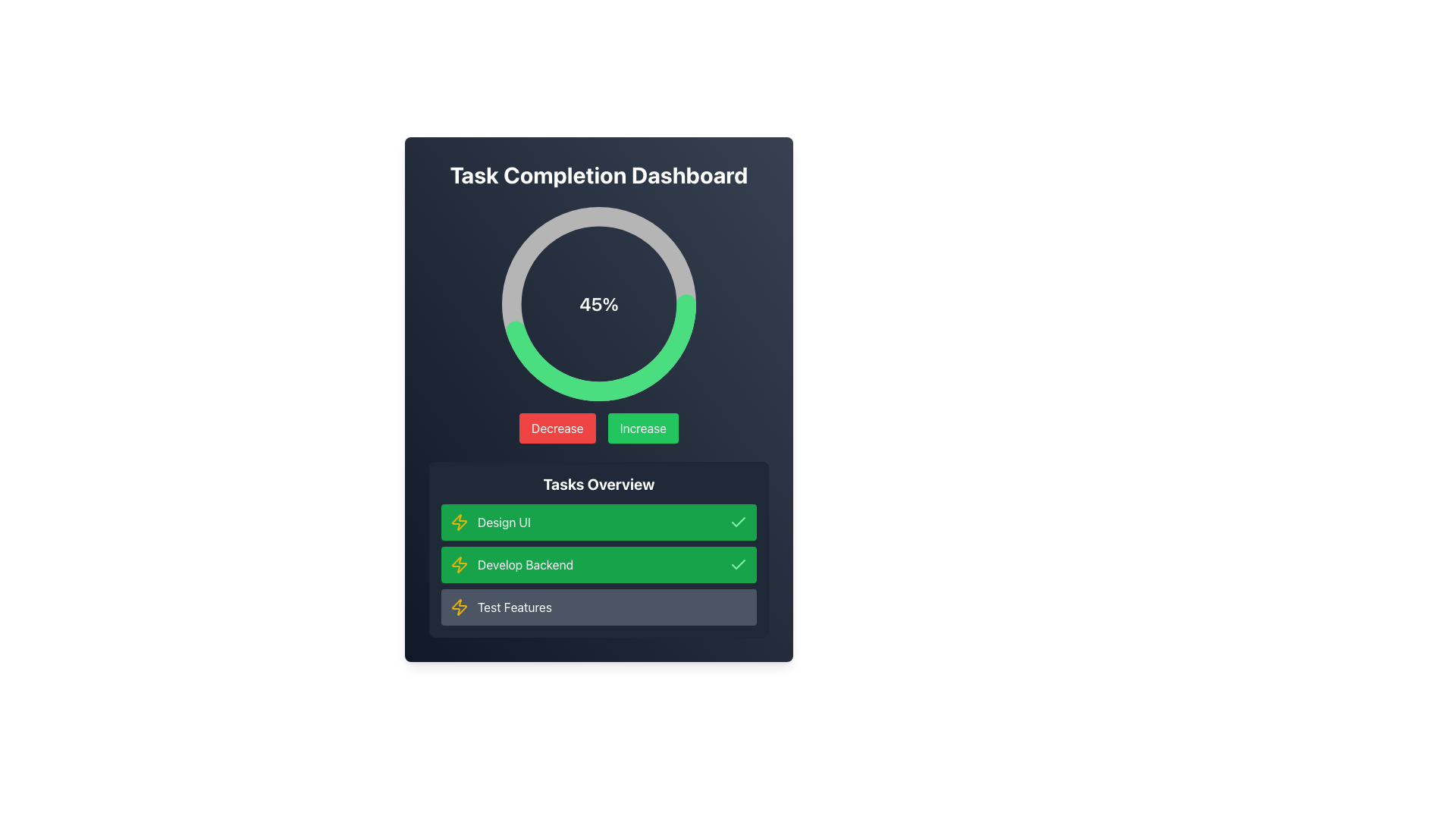 The image size is (1456, 819). What do you see at coordinates (739, 564) in the screenshot?
I see `the light green checkmark icon located in the 'Design UI' task row within the 'Tasks Overview' section, positioned towards the right side adjacent to the task name area` at bounding box center [739, 564].